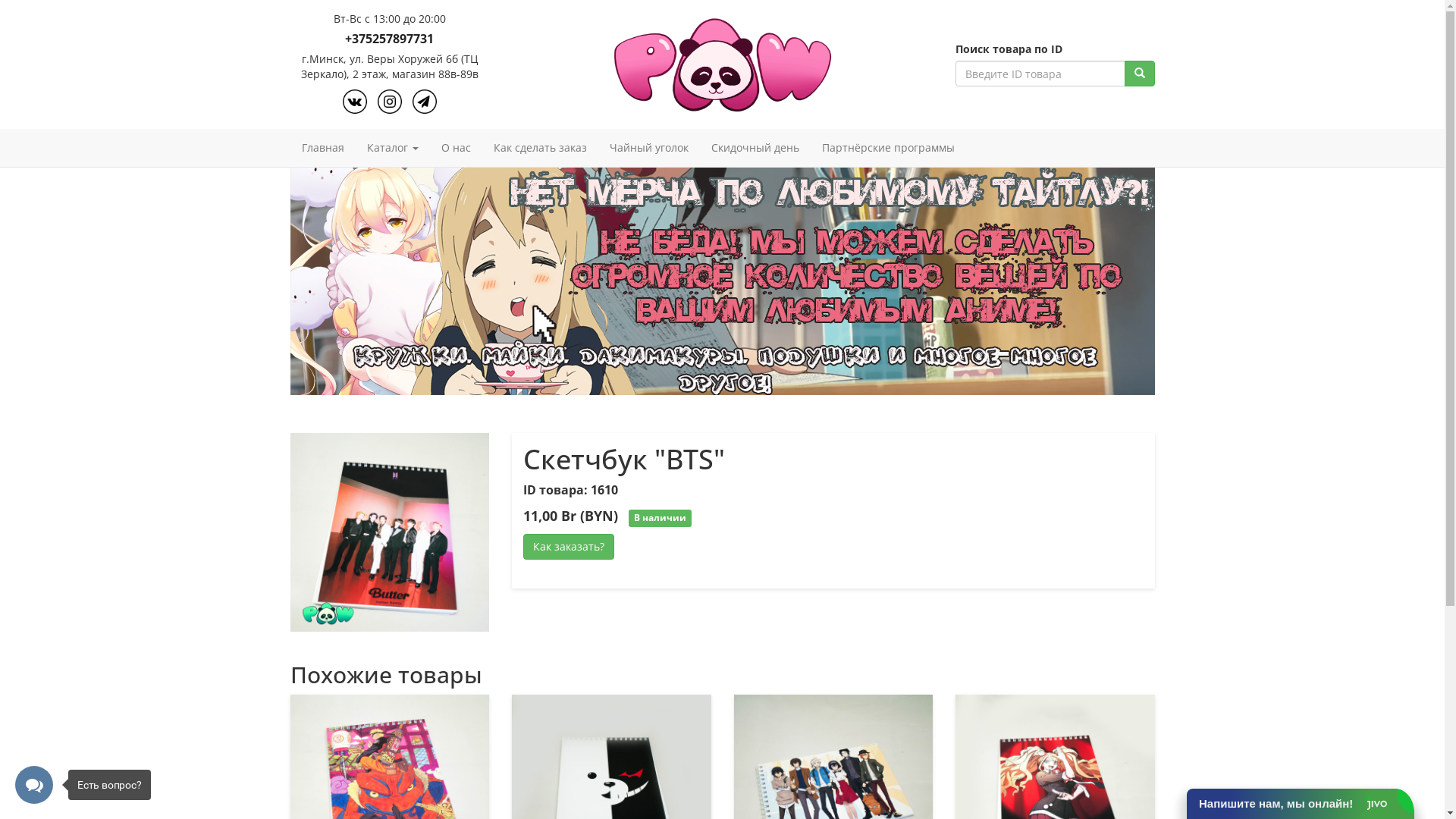 The height and width of the screenshot is (819, 1456). What do you see at coordinates (389, 38) in the screenshot?
I see `'+375257897731'` at bounding box center [389, 38].